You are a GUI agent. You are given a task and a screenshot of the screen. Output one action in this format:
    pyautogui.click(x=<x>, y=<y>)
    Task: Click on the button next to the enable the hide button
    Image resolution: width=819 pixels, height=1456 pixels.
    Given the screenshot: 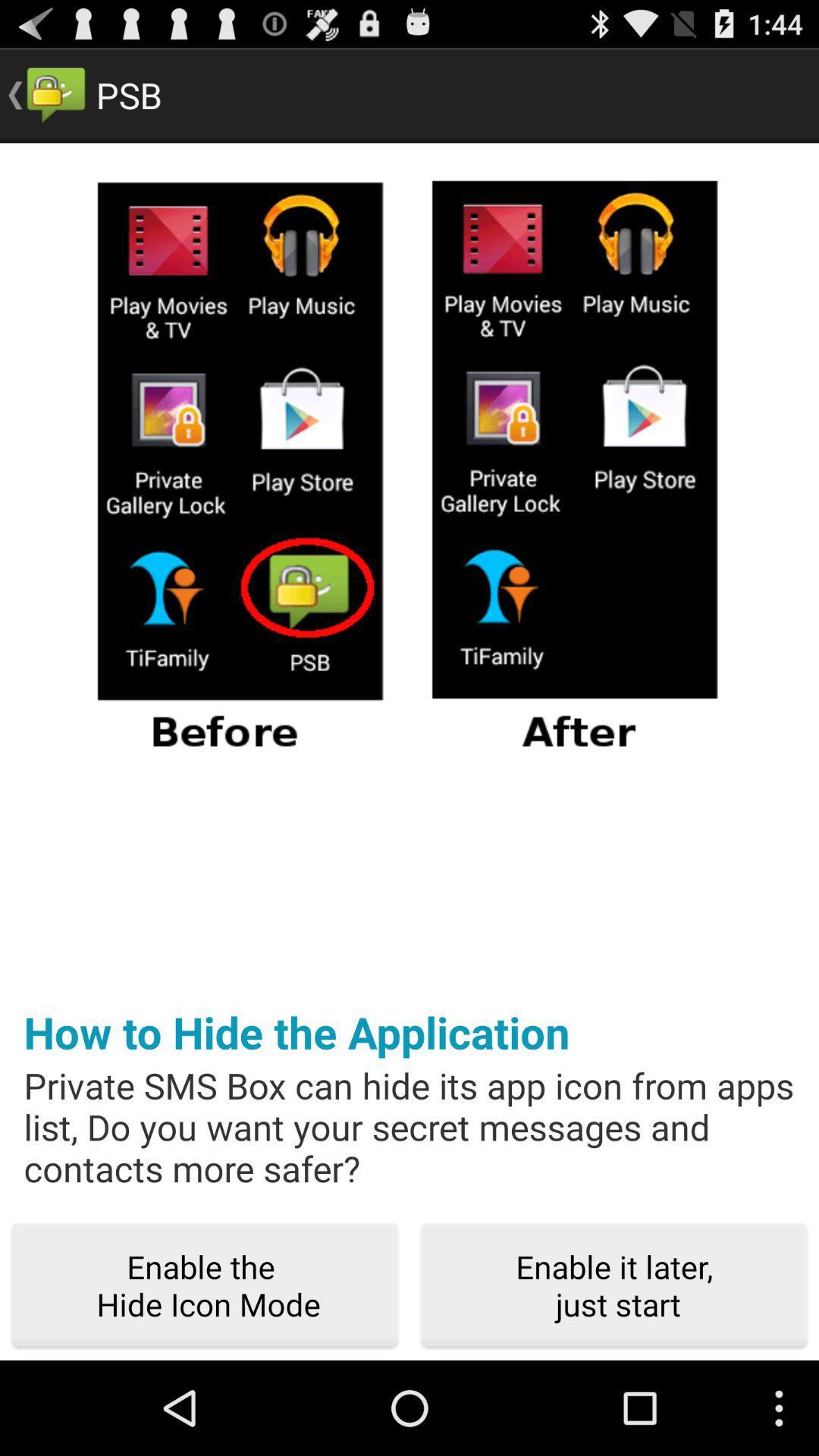 What is the action you would take?
    pyautogui.click(x=614, y=1285)
    